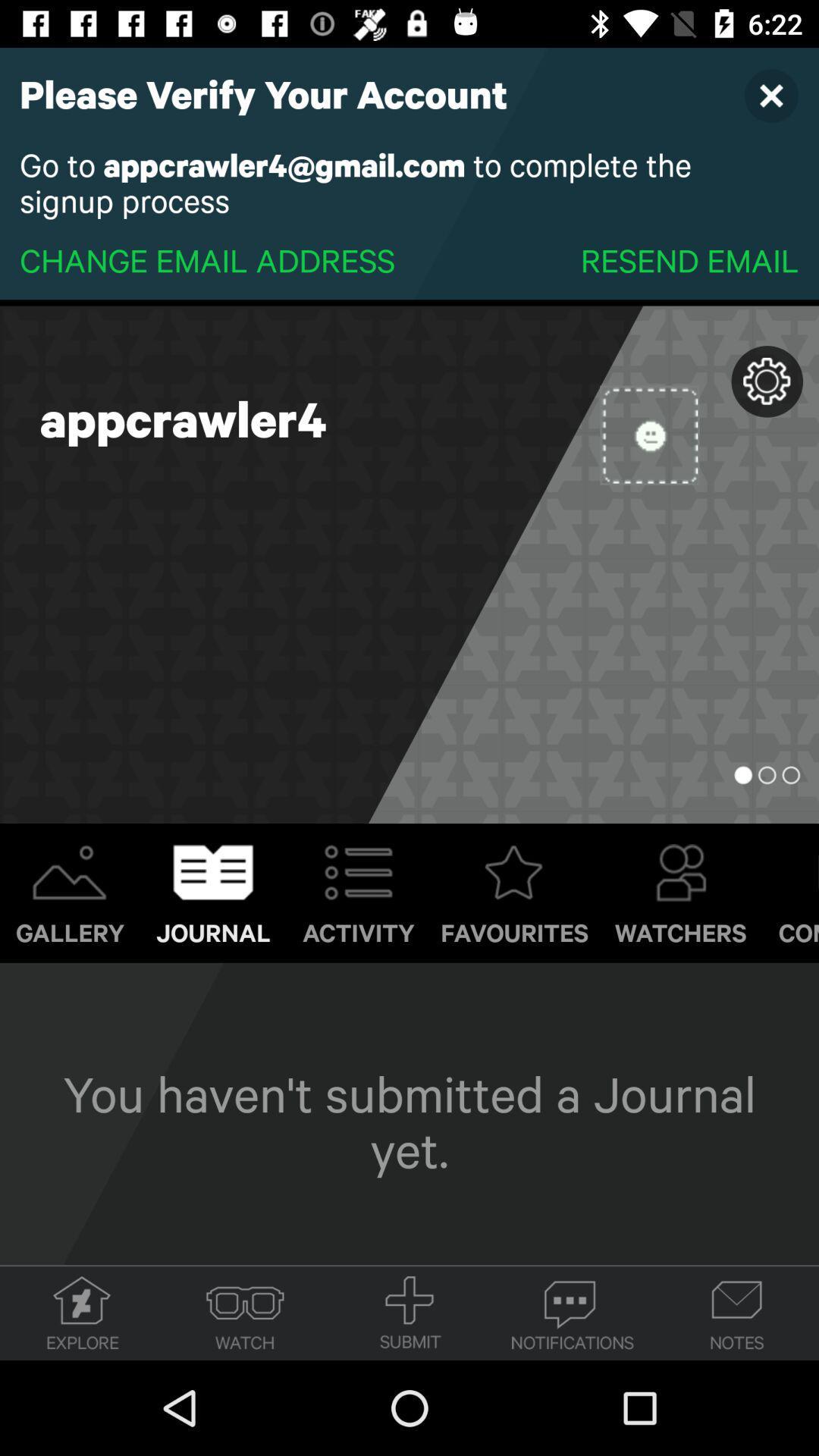  I want to click on change email address, so click(207, 259).